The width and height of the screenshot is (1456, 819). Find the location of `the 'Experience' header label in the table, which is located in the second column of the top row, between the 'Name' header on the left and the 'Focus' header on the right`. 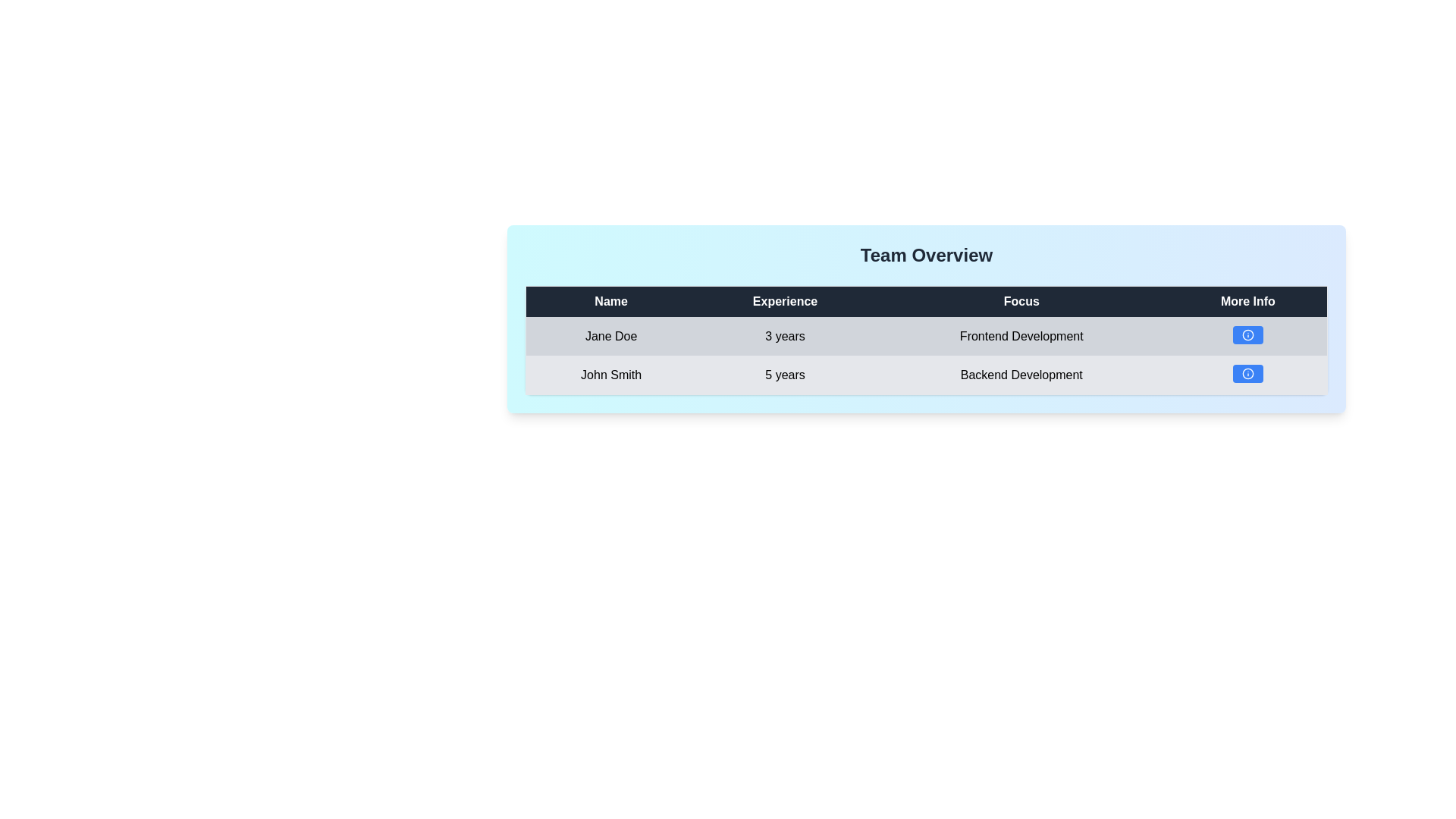

the 'Experience' header label in the table, which is located in the second column of the top row, between the 'Name' header on the left and the 'Focus' header on the right is located at coordinates (785, 301).